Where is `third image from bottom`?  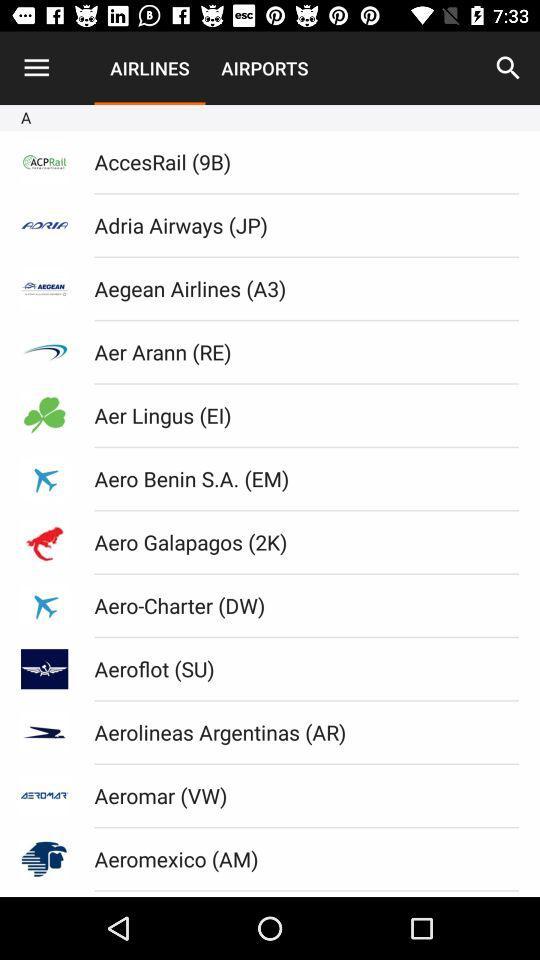 third image from bottom is located at coordinates (44, 731).